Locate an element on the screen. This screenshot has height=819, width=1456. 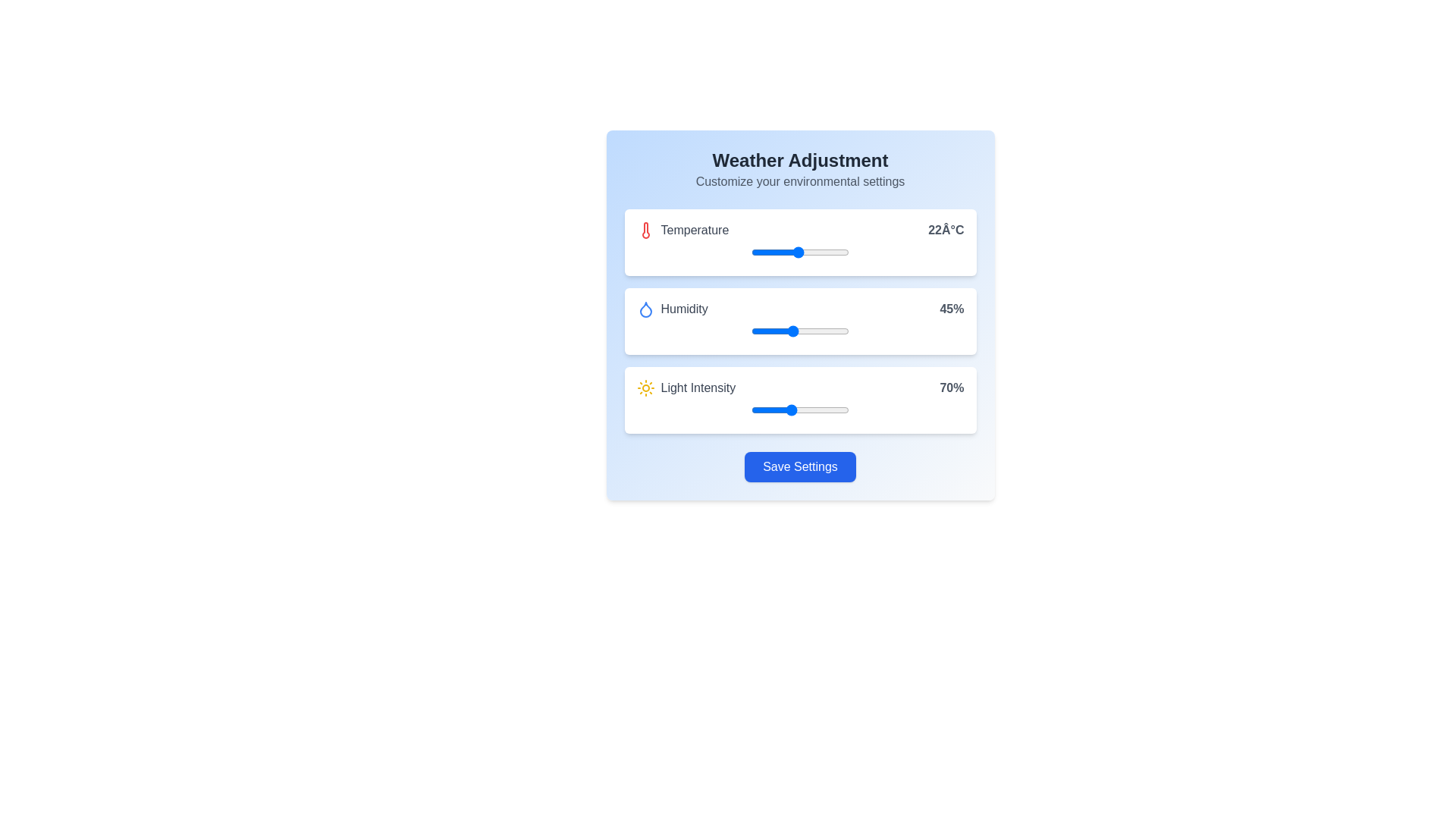
the text label that says 'Customize your environmental settings', which is centrally aligned and positioned below the 'Weather Adjustment' title is located at coordinates (799, 180).